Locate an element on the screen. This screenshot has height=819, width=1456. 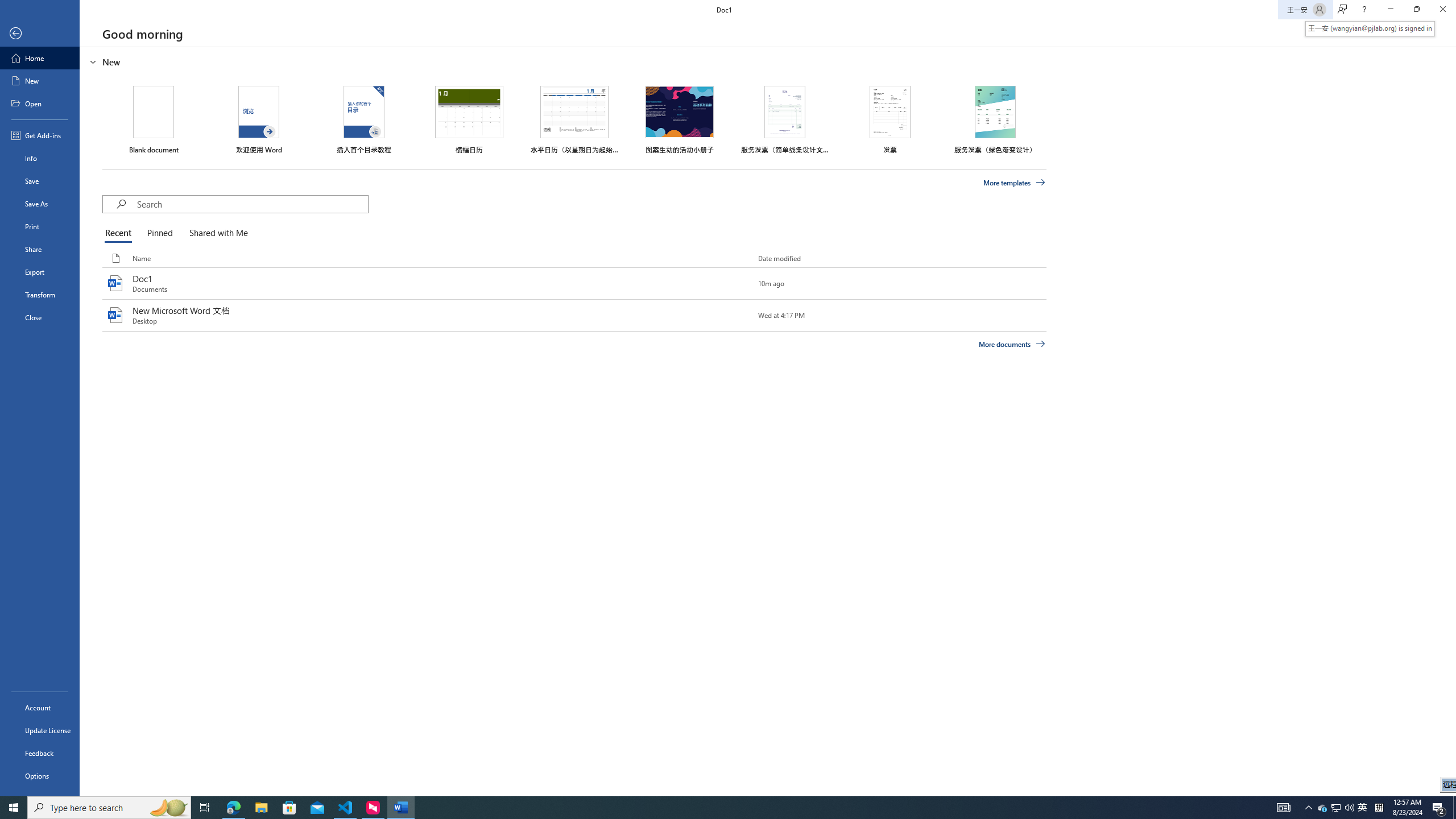
'New' is located at coordinates (39, 80).